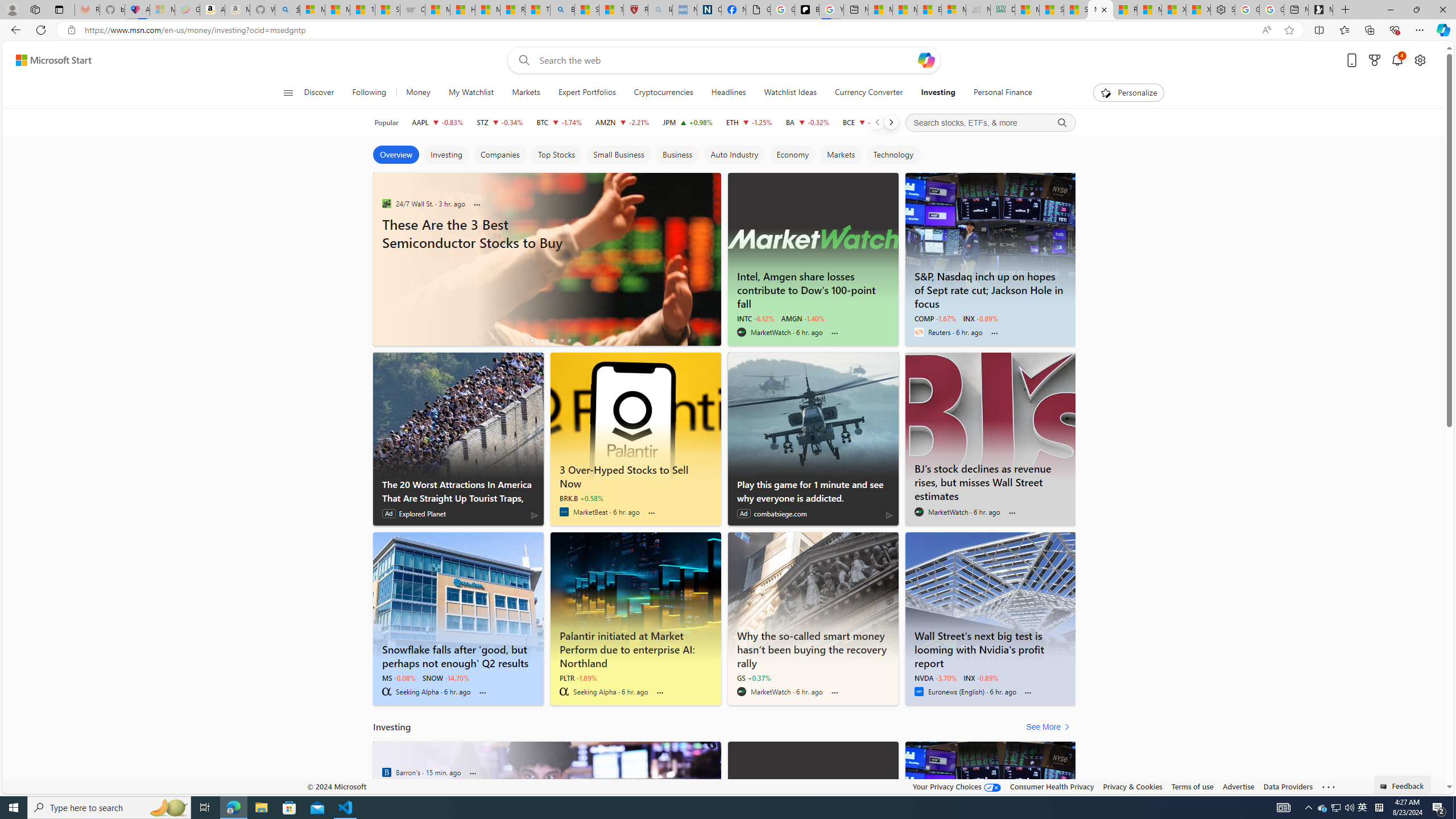 This screenshot has height=819, width=1456. What do you see at coordinates (748, 122) in the screenshot?
I see `'ETH Ethereum decrease 2,611.71 -32.54 -1.25%'` at bounding box center [748, 122].